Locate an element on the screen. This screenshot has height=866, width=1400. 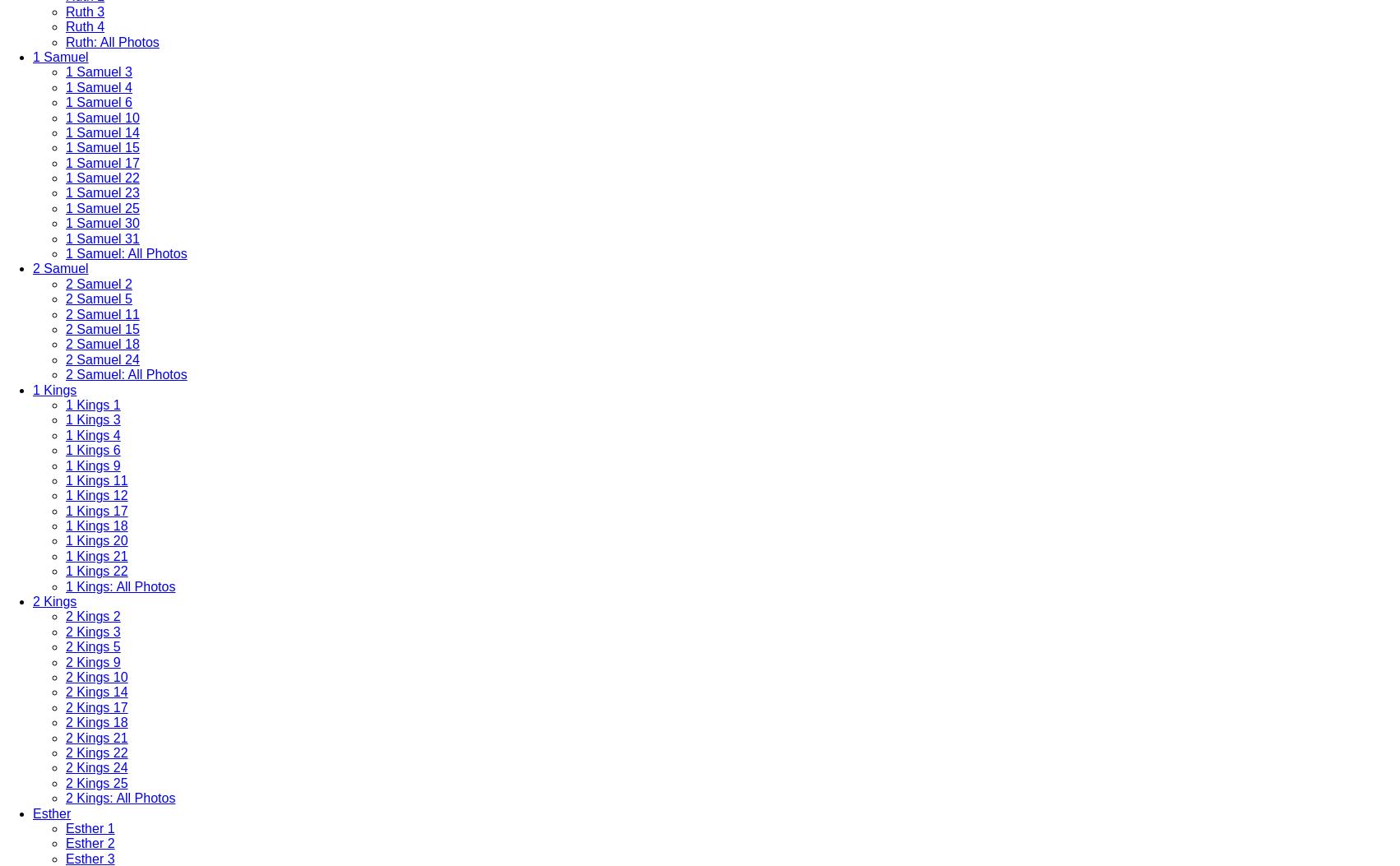
'1 Kings 9' is located at coordinates (93, 464).